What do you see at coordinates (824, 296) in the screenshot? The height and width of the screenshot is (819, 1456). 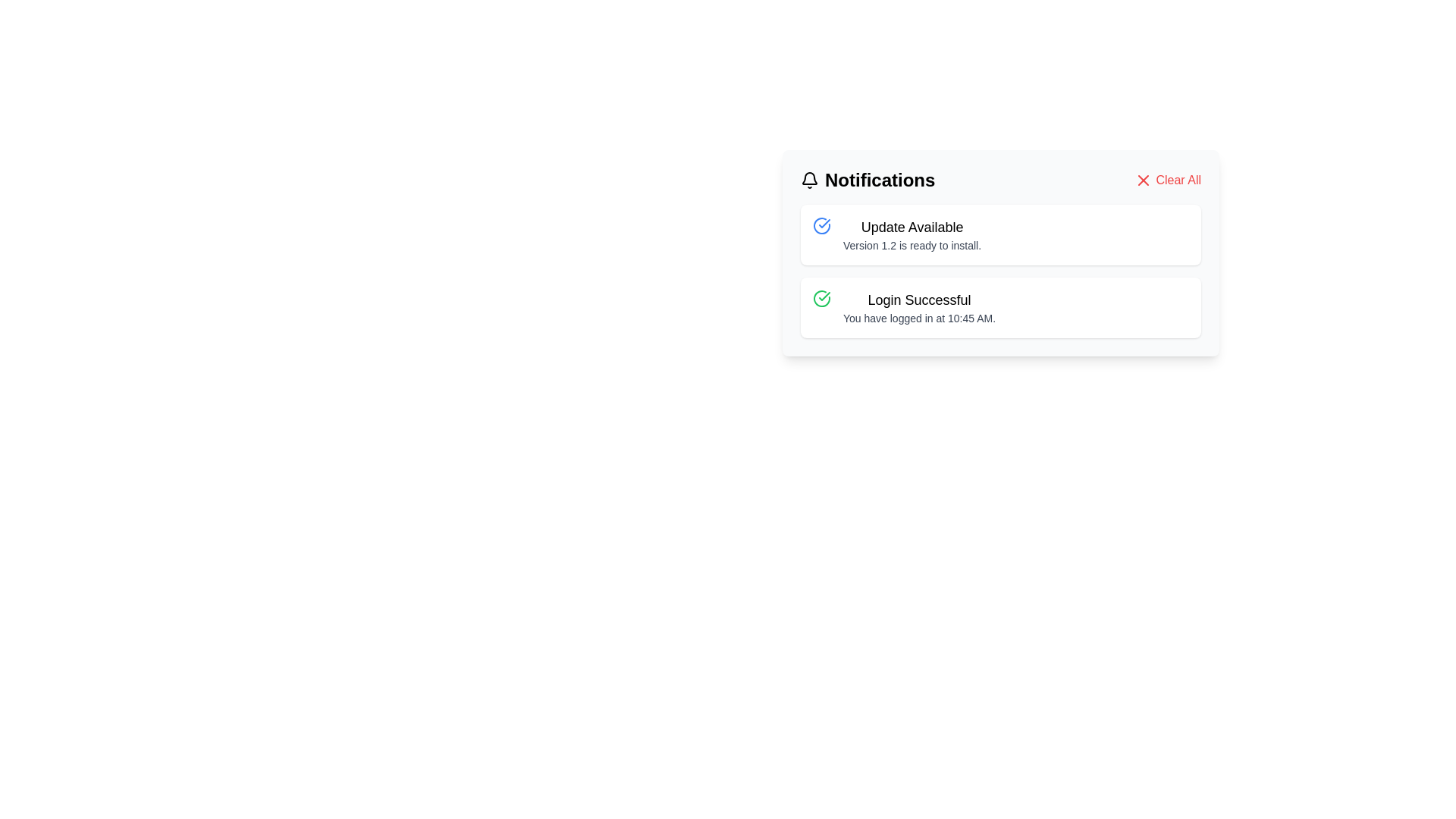 I see `the green checkmark icon located in the top-left notification card, which indicates a successful or completed action` at bounding box center [824, 296].